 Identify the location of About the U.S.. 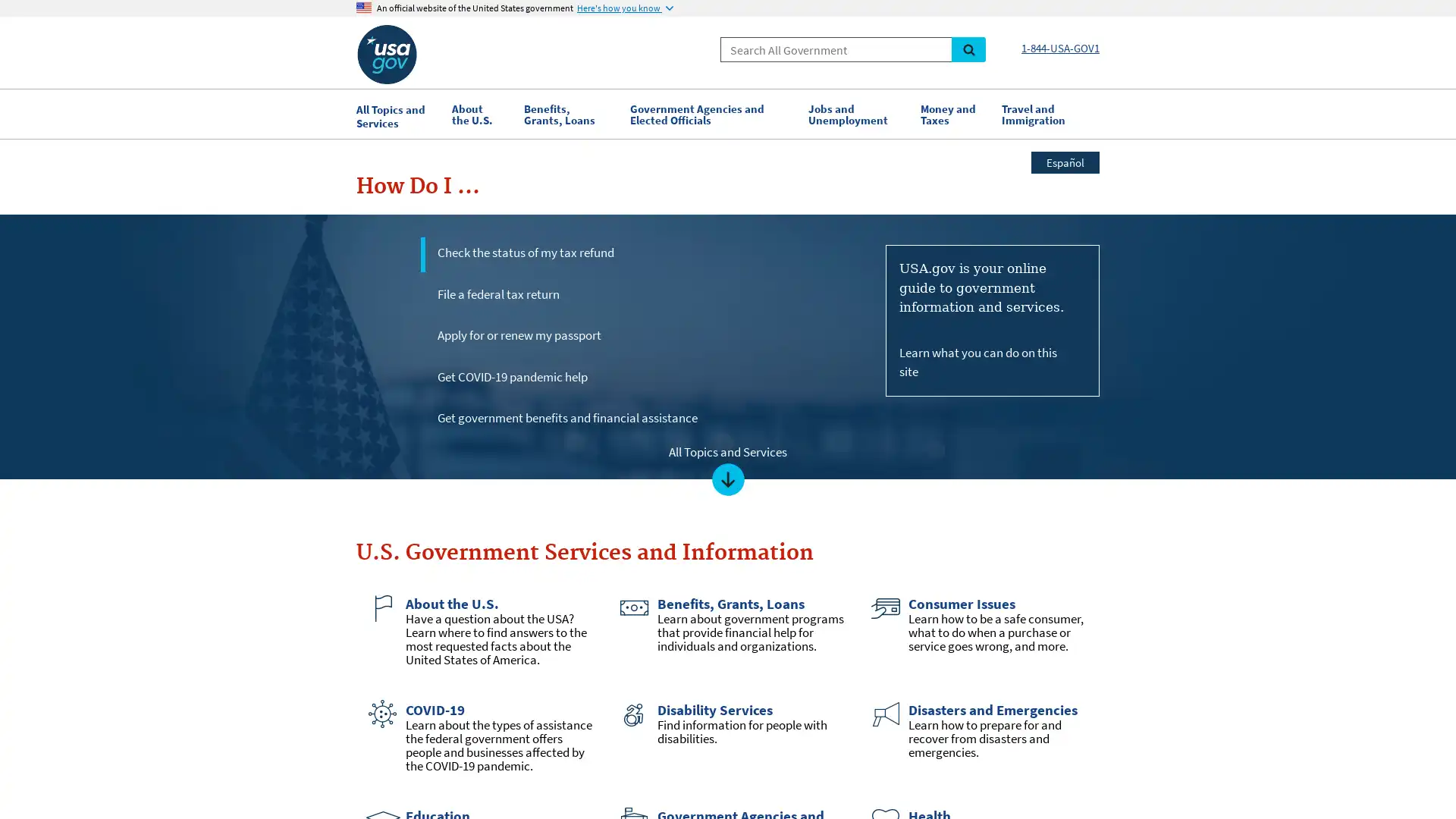
(479, 113).